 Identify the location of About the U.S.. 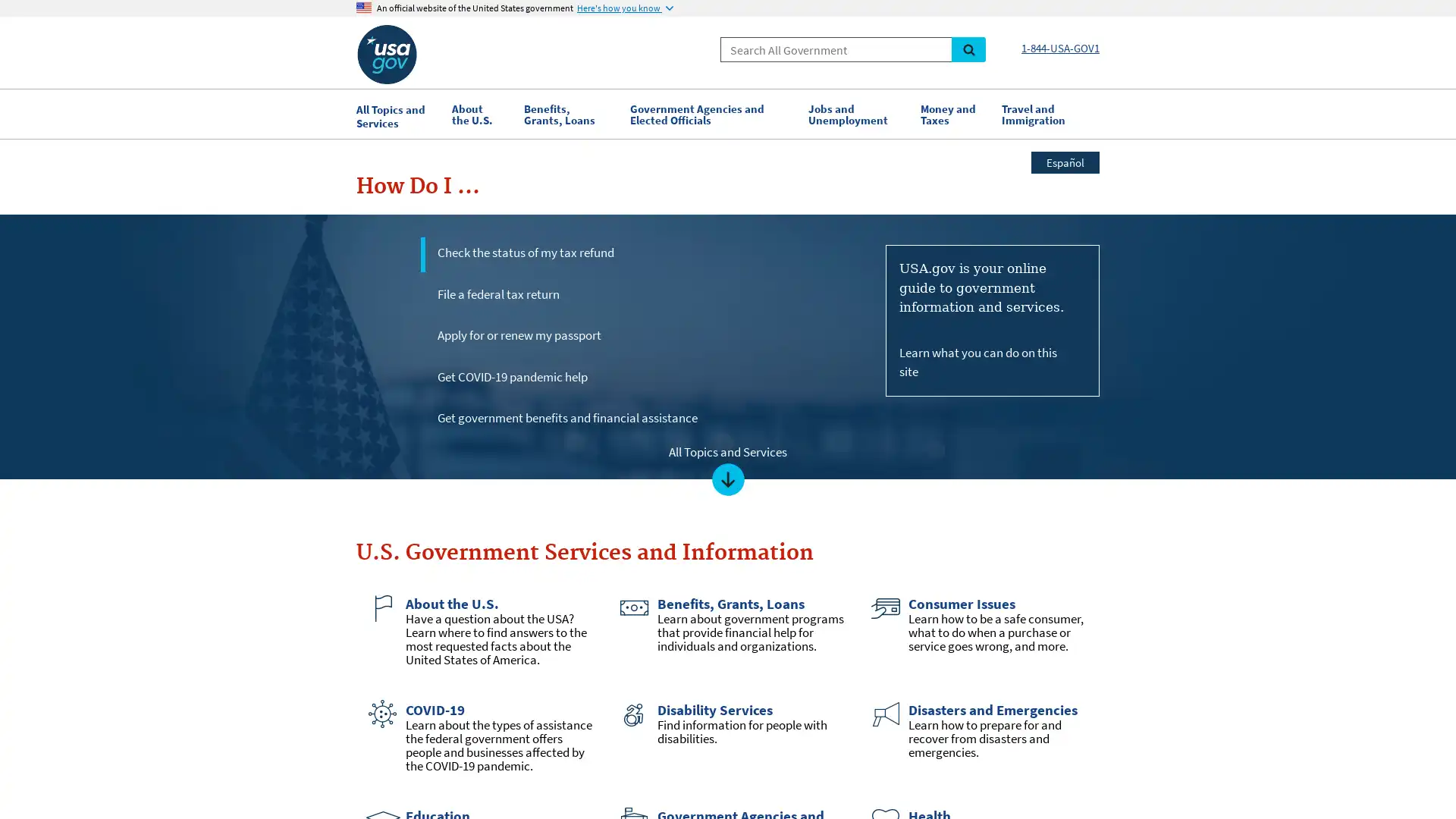
(479, 113).